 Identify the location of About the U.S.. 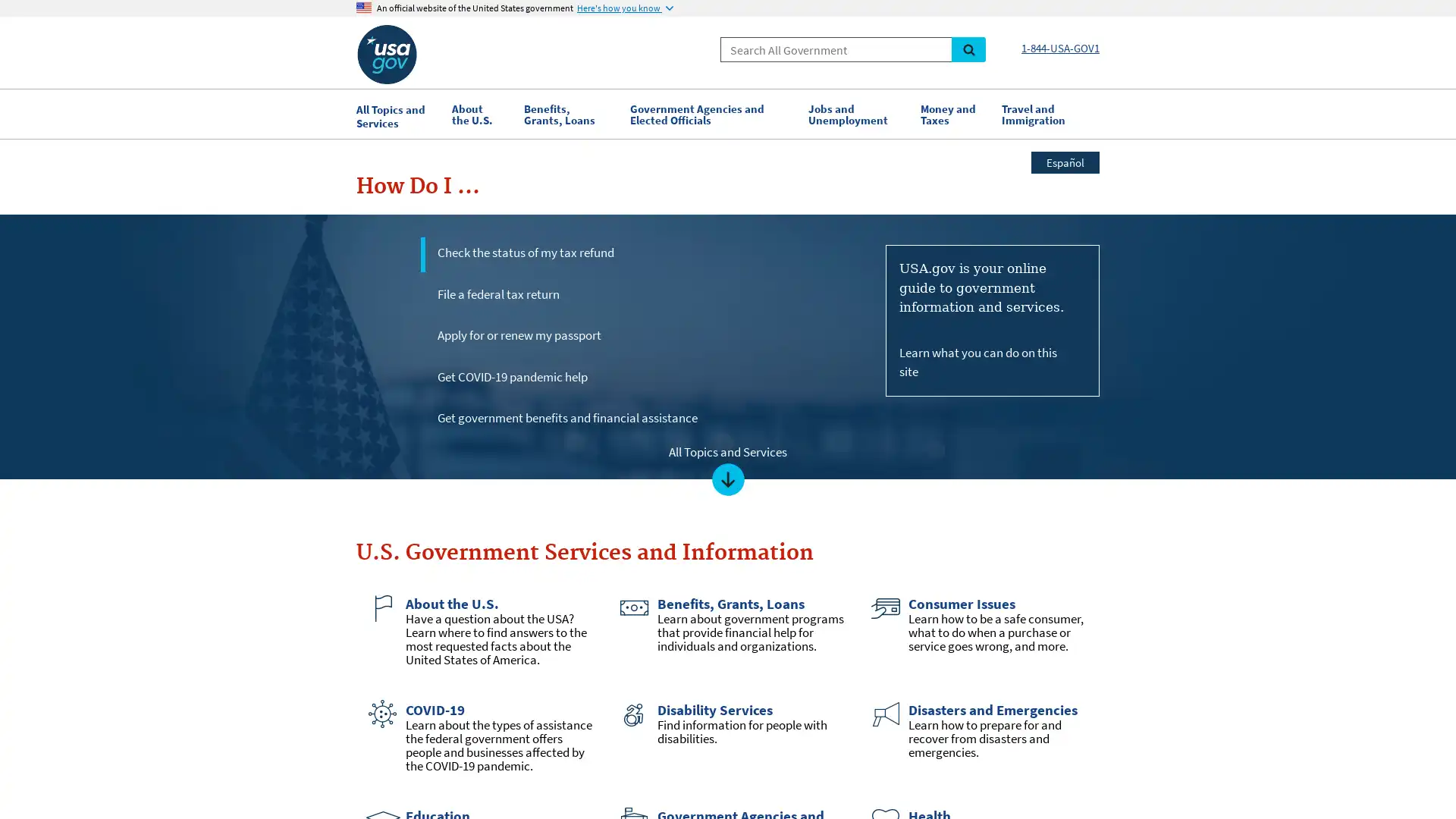
(479, 113).